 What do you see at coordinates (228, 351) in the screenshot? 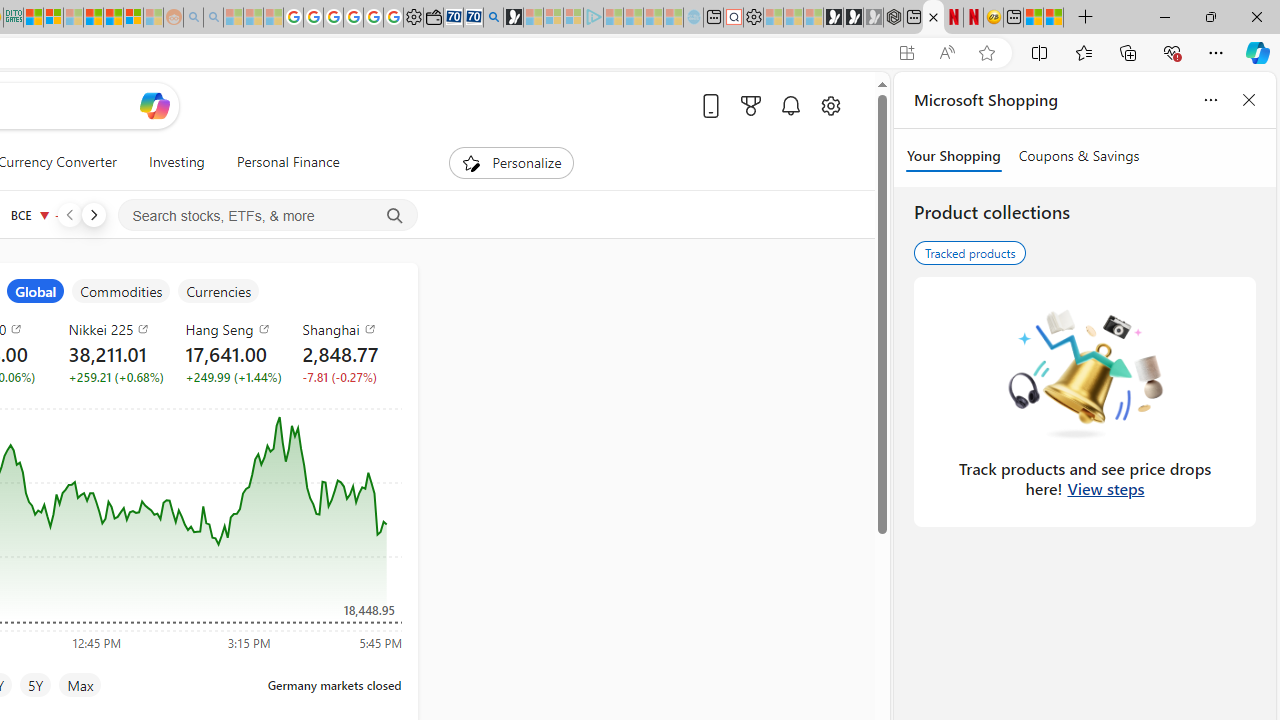
I see `'Hang Seng HSI increase 17,641.00 +249.99 +1.44%'` at bounding box center [228, 351].